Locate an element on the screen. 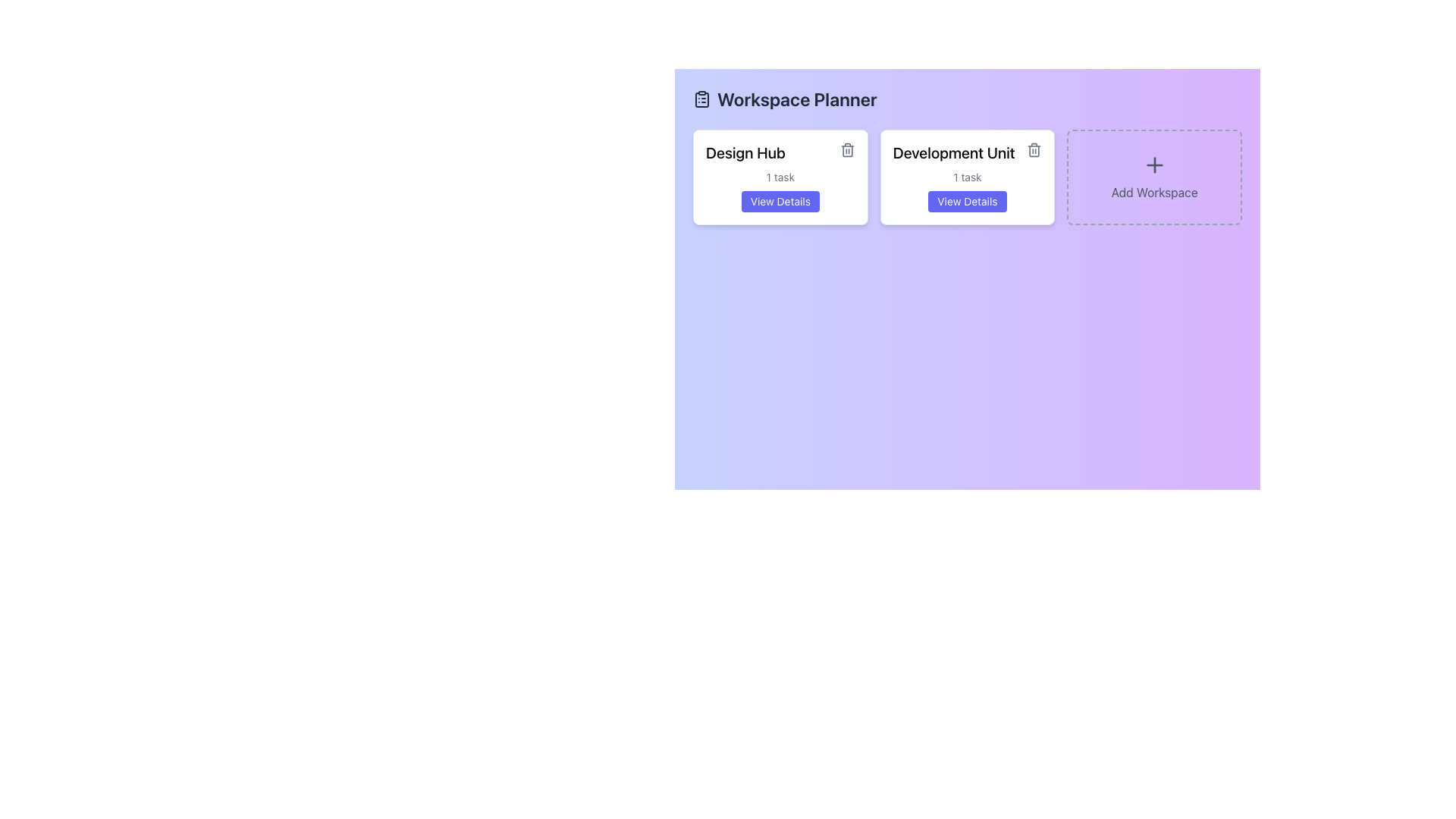 This screenshot has width=1456, height=819. the text label that states '1 task', which is styled in a small font size and grey color, located below the title 'Development Unit' in the second card on the interface is located at coordinates (967, 177).